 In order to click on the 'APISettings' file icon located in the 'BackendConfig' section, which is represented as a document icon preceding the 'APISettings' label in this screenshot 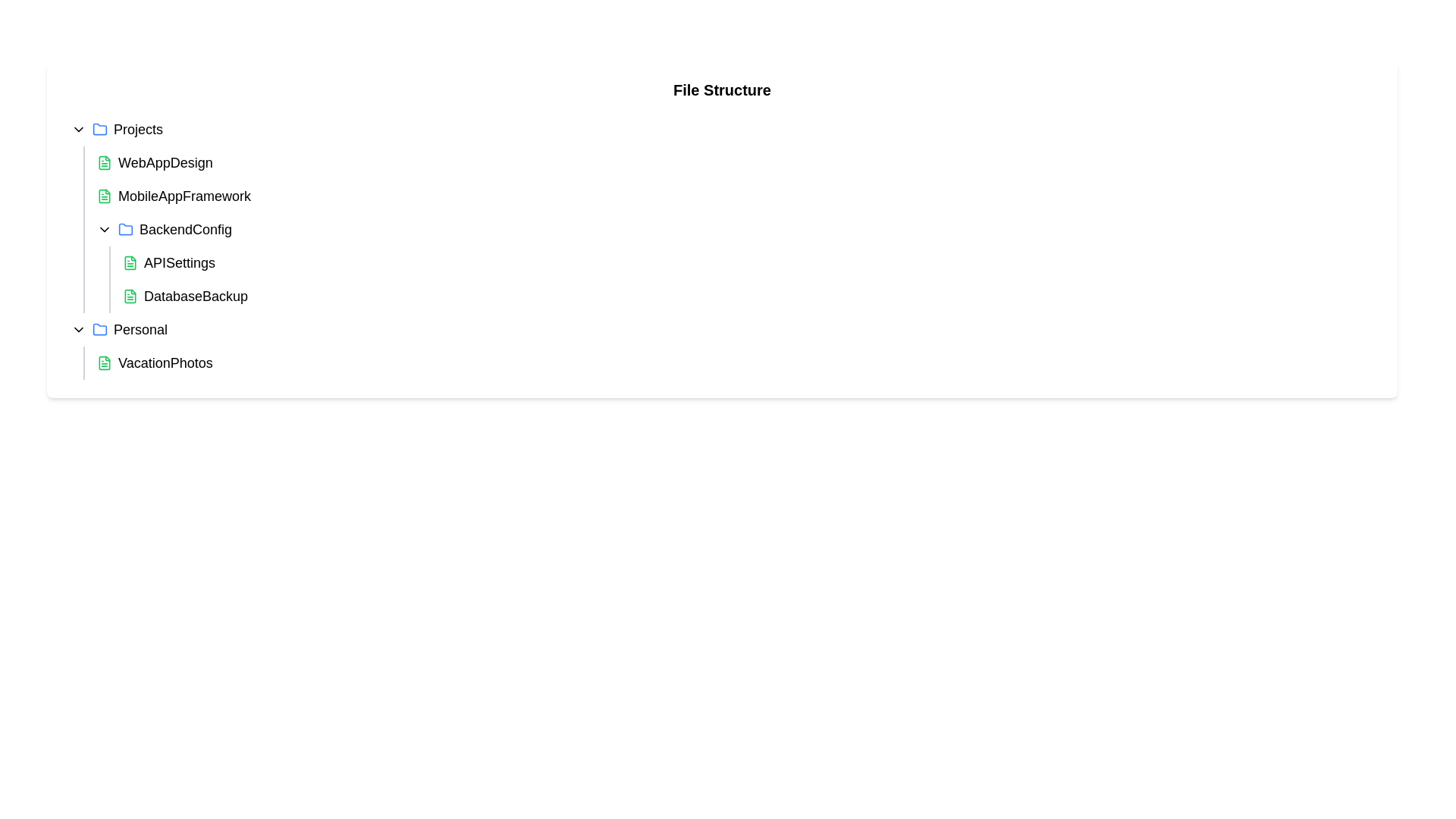, I will do `click(130, 262)`.